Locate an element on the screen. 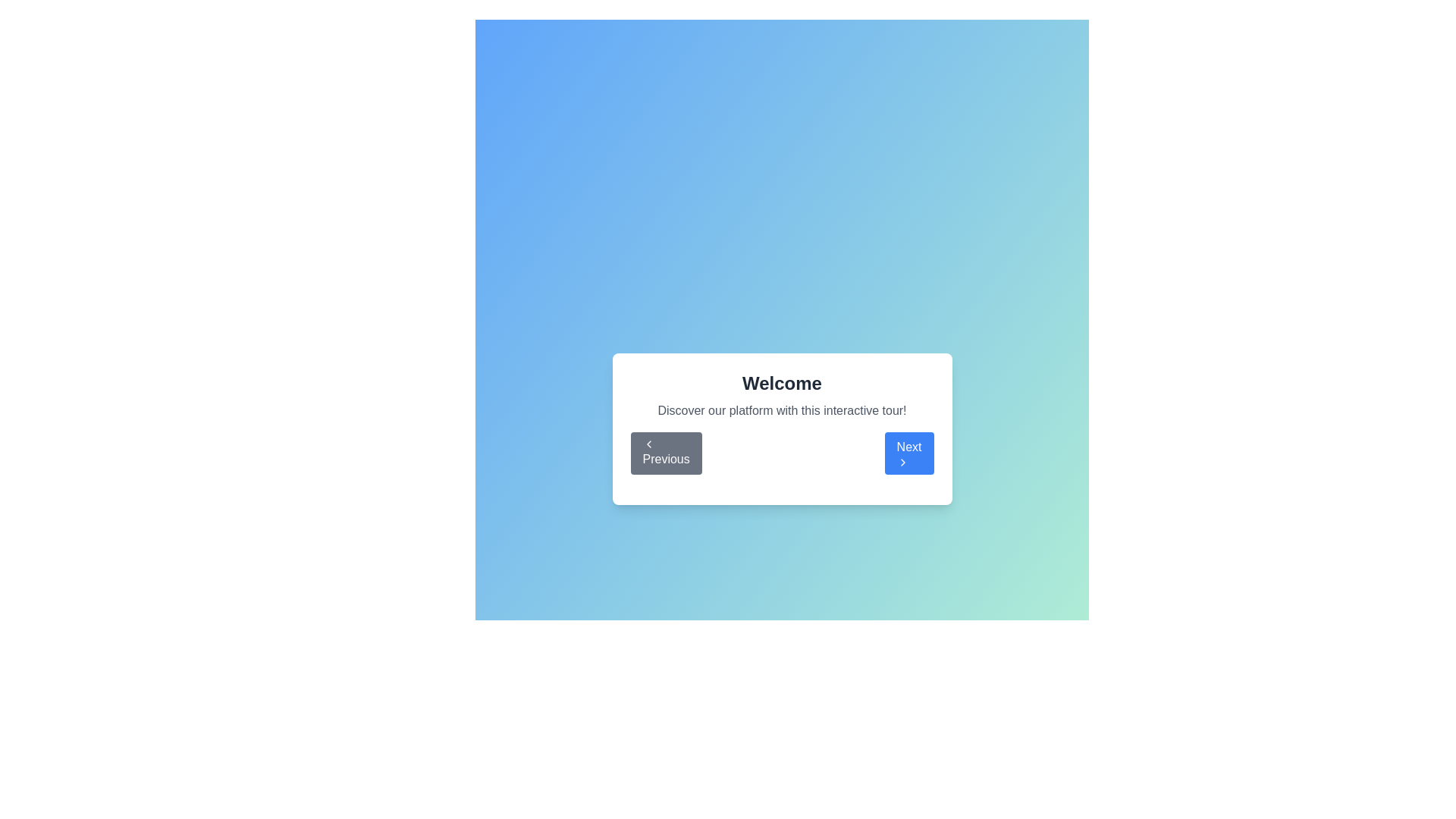  the descriptive guidance text element located below the 'Welcome' heading in the upper-middle section of the dialogue box is located at coordinates (782, 411).